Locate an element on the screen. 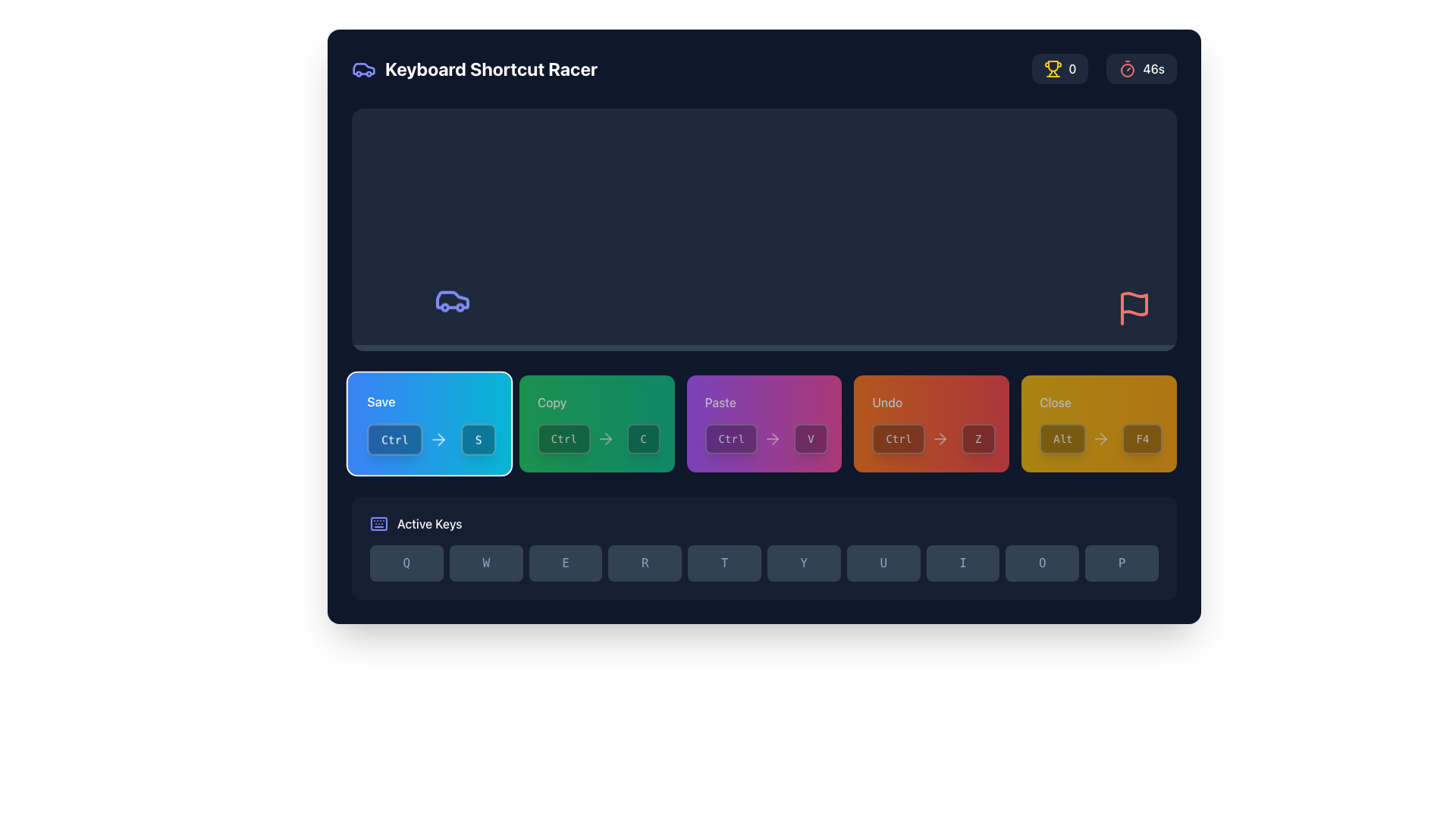  the icon that visually indicates the relationship between 'Ctrl' and 'C' in the 'Copy' button, positioned to the right of 'Ctrl' and left of 'C' is located at coordinates (604, 438).